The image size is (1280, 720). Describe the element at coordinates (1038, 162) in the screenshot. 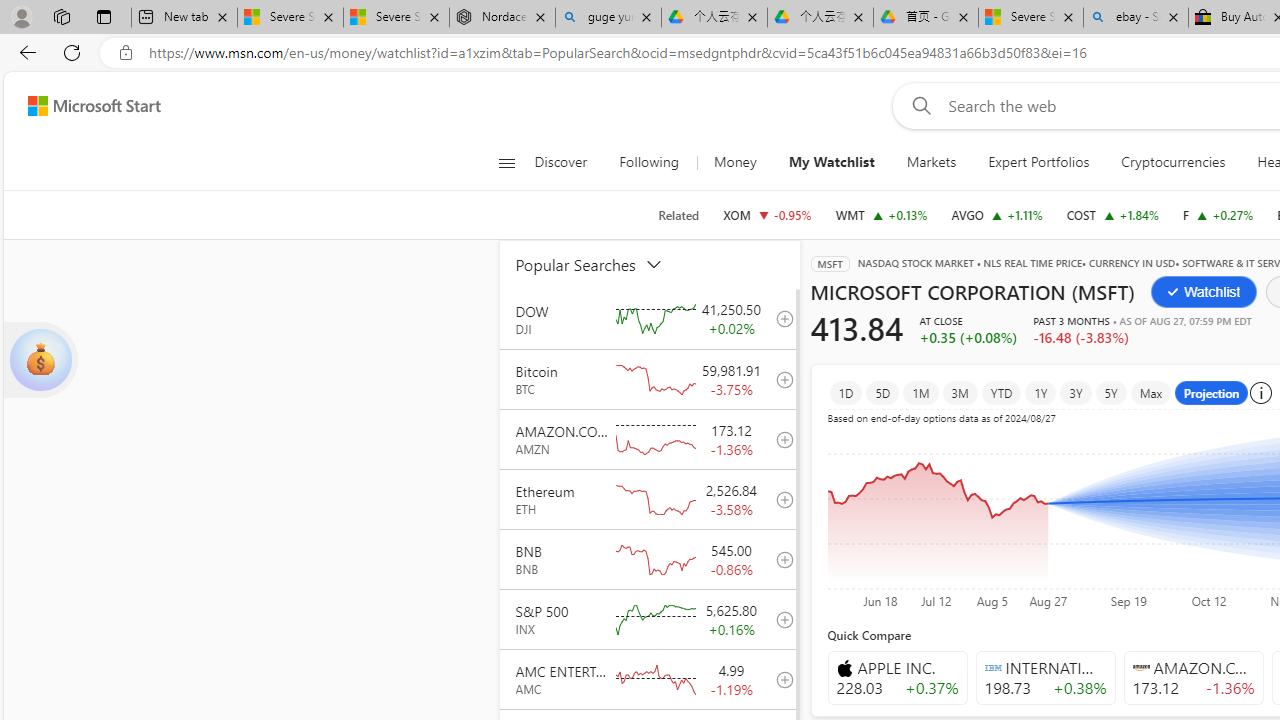

I see `'Expert Portfolios'` at that location.